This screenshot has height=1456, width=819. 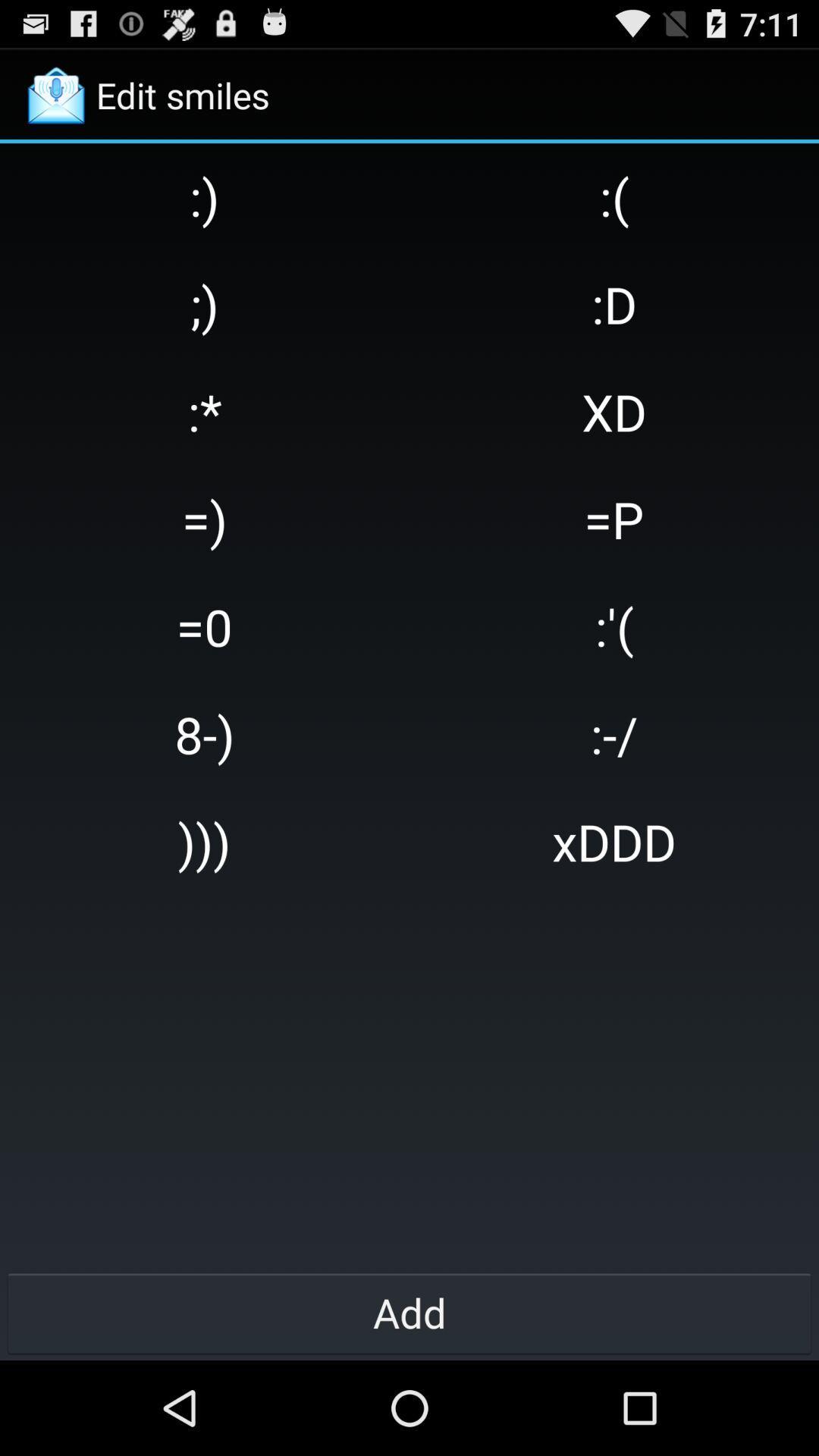 What do you see at coordinates (409, 1312) in the screenshot?
I see `add at the bottom` at bounding box center [409, 1312].